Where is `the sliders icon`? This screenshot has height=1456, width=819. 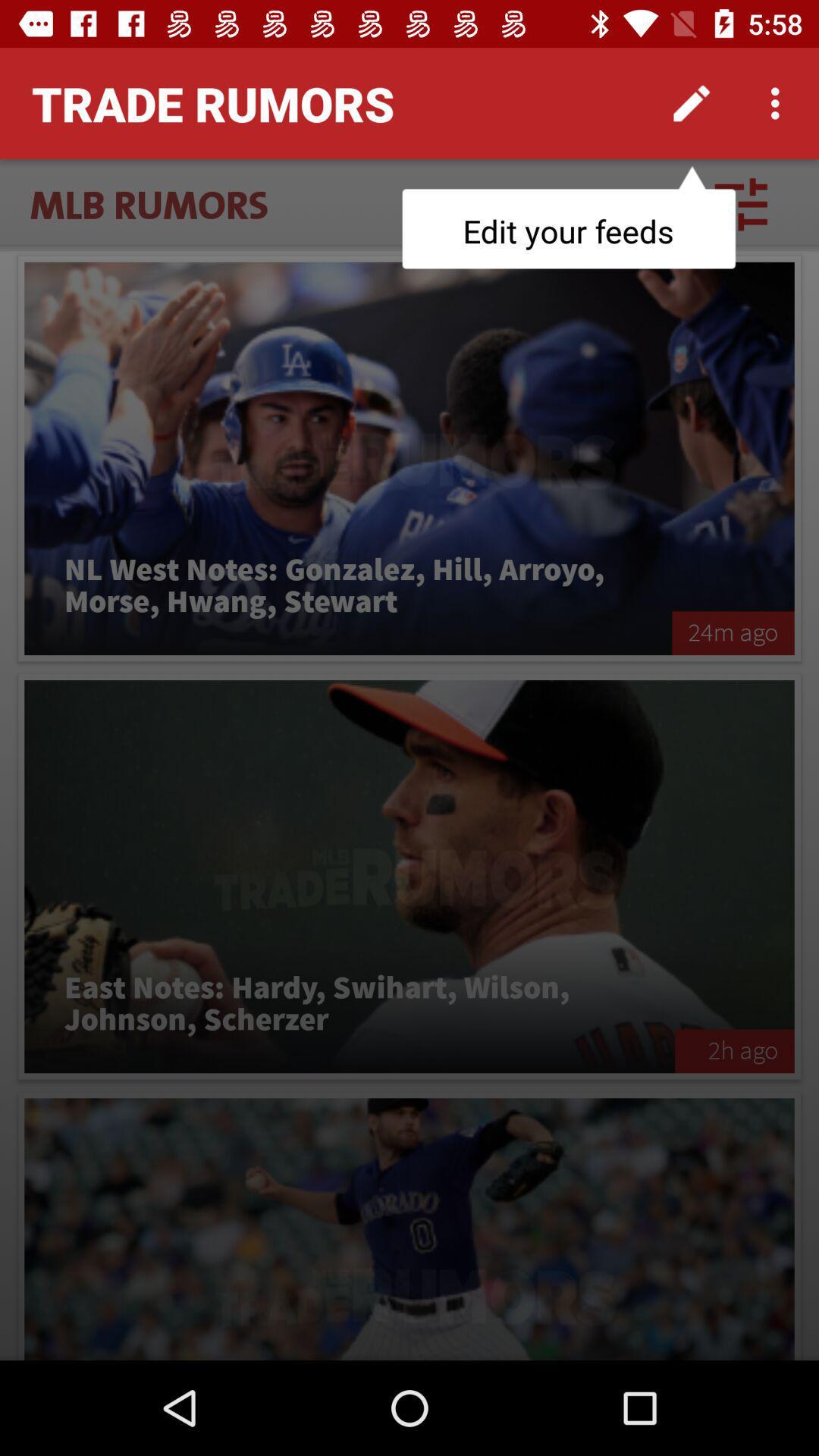 the sliders icon is located at coordinates (740, 203).